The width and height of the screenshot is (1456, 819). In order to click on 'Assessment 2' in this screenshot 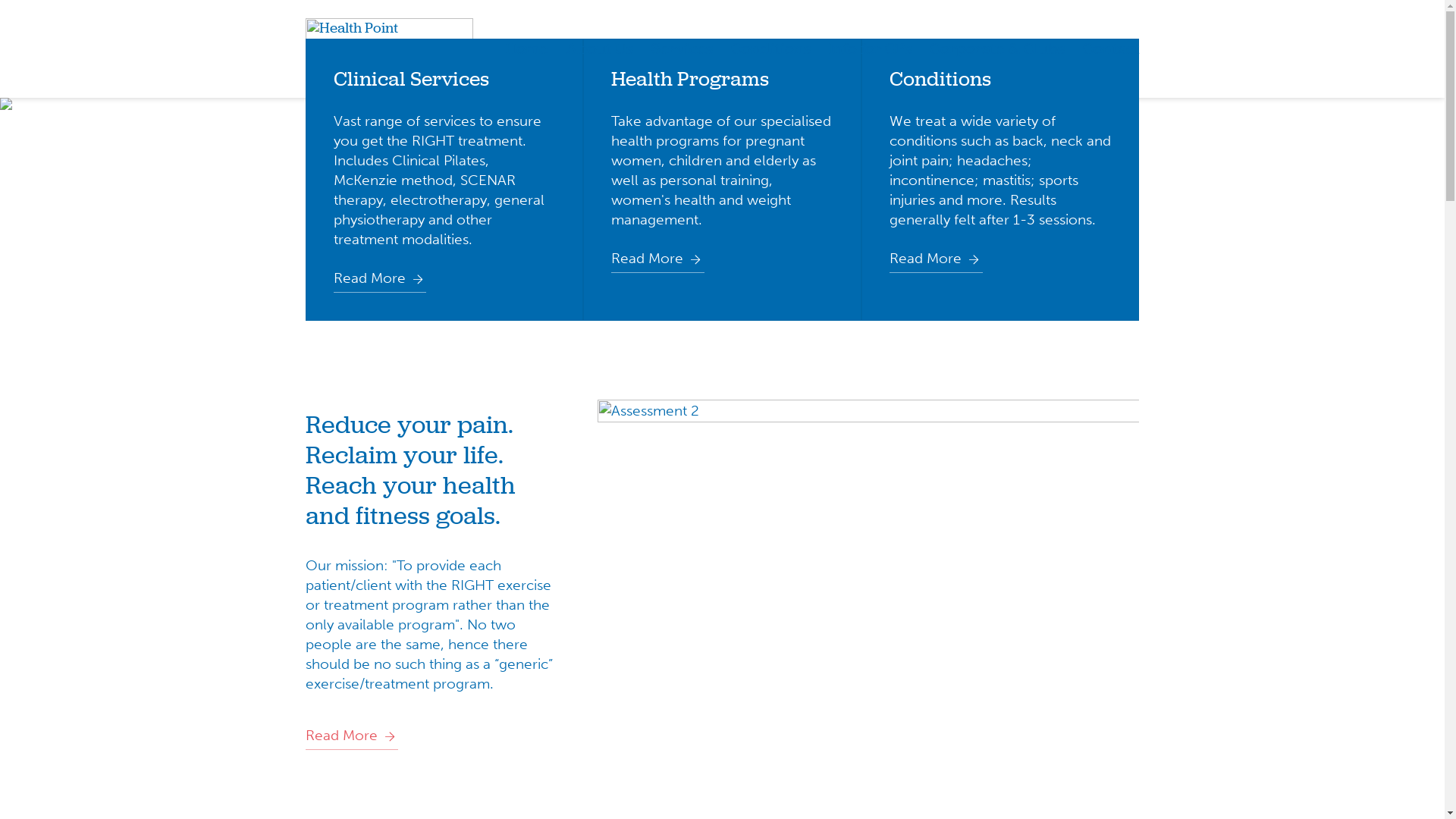, I will do `click(868, 579)`.